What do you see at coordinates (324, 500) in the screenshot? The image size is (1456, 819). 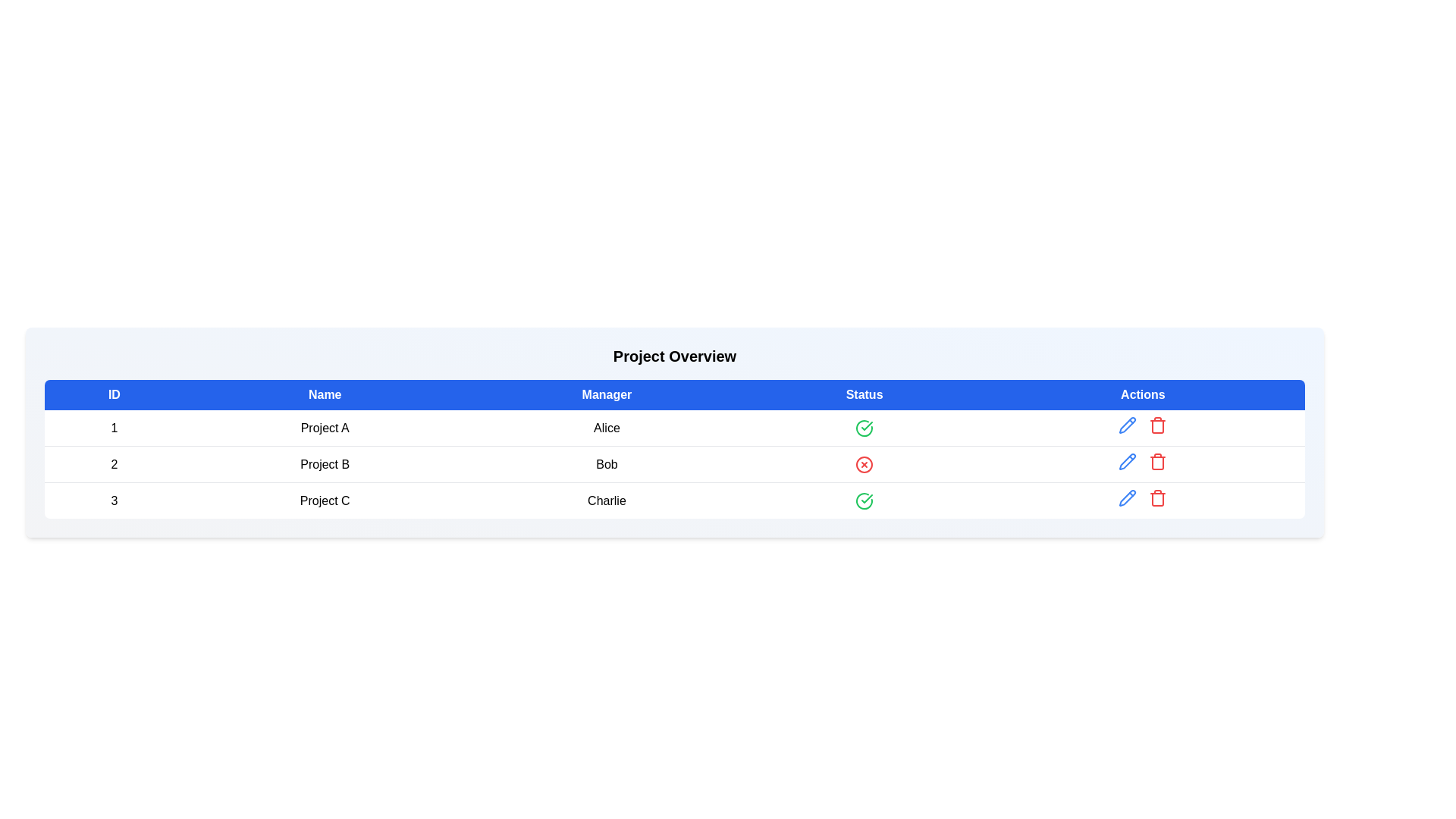 I see `the text label displaying 'Project C', which is located in the second column of the third row in a tabular structure, flanked by '3' on the left and 'Charlie' on the right` at bounding box center [324, 500].